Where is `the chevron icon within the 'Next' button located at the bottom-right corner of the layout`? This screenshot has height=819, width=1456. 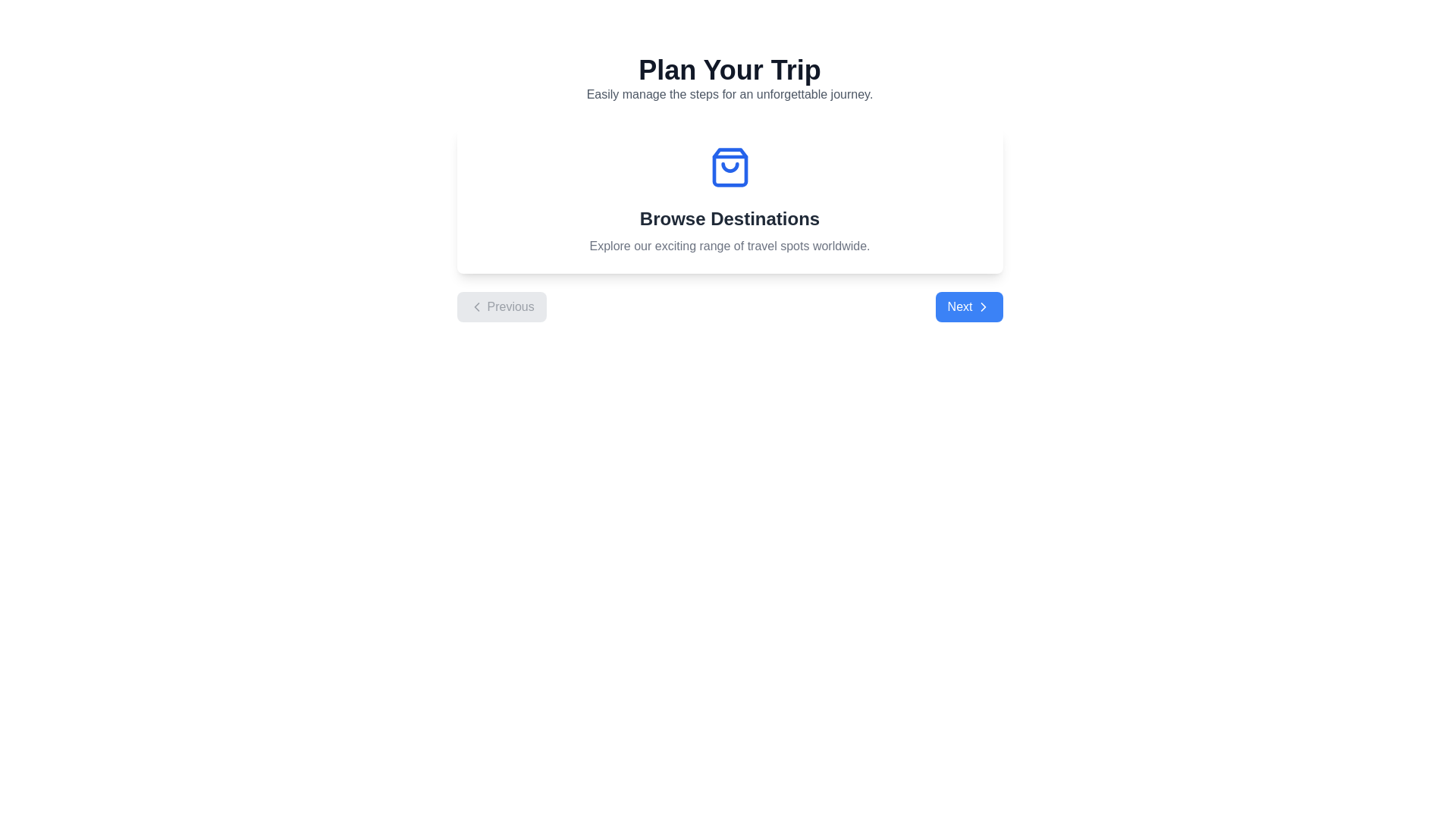
the chevron icon within the 'Next' button located at the bottom-right corner of the layout is located at coordinates (983, 307).